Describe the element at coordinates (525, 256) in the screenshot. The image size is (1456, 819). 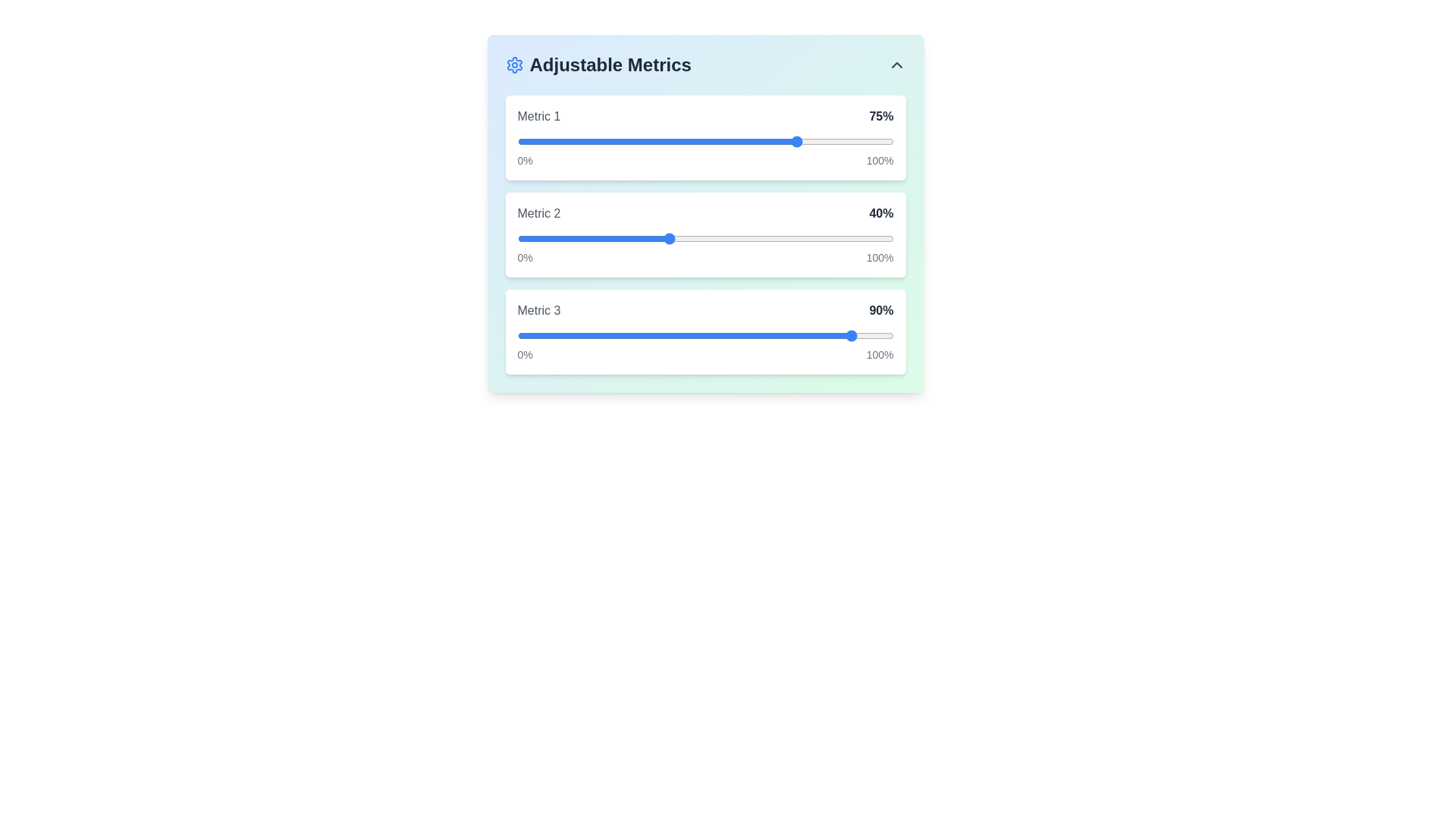
I see `text value displayed in the gray-colored font as '0%' from the text label located in the lower-left corner of the Metric 2 section` at that location.